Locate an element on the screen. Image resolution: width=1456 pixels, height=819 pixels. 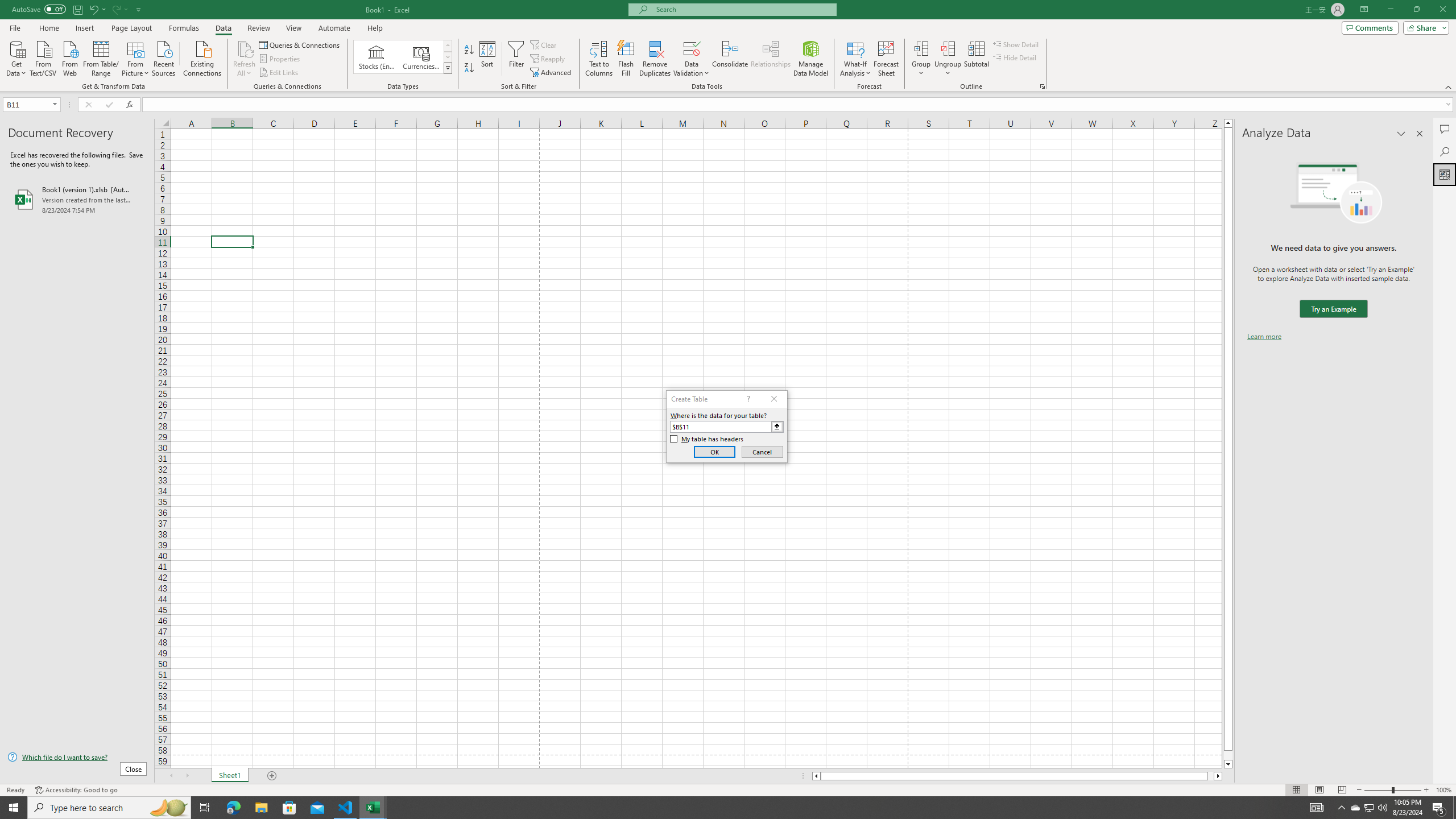
'Data Types' is located at coordinates (448, 67).